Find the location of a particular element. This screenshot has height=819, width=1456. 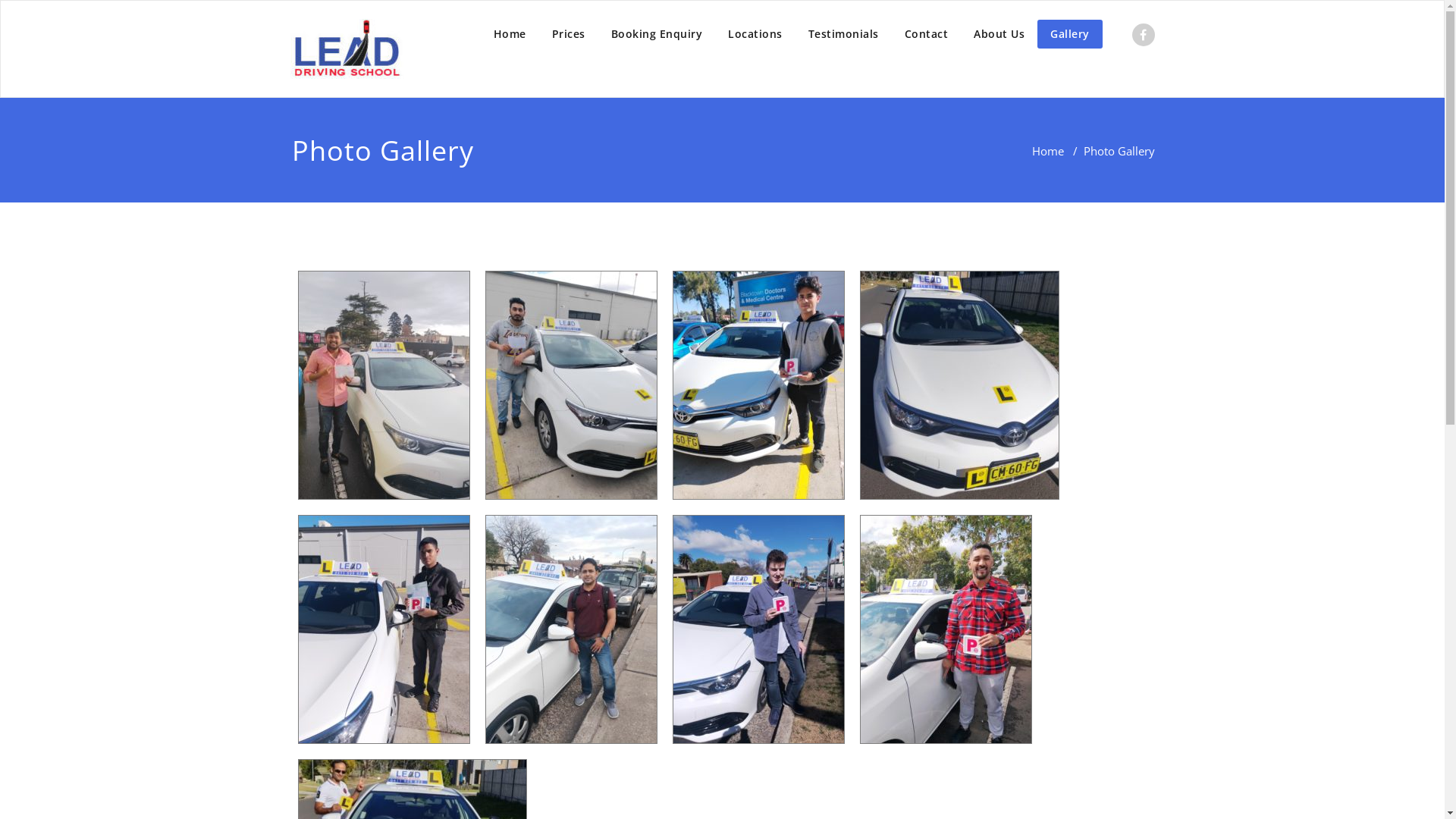

'About Us' is located at coordinates (999, 34).